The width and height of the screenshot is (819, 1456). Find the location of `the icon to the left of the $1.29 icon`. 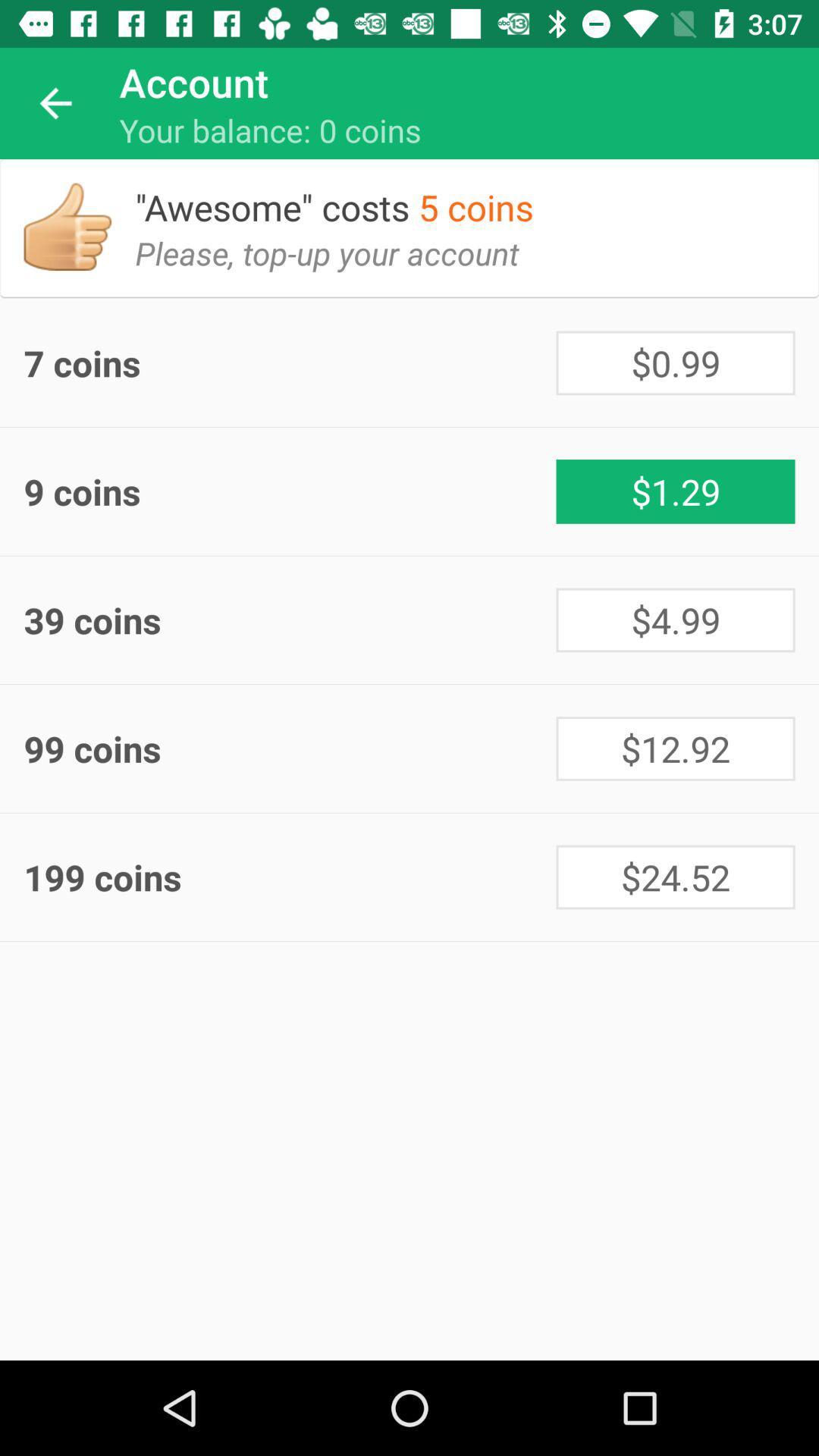

the icon to the left of the $1.29 icon is located at coordinates (290, 491).